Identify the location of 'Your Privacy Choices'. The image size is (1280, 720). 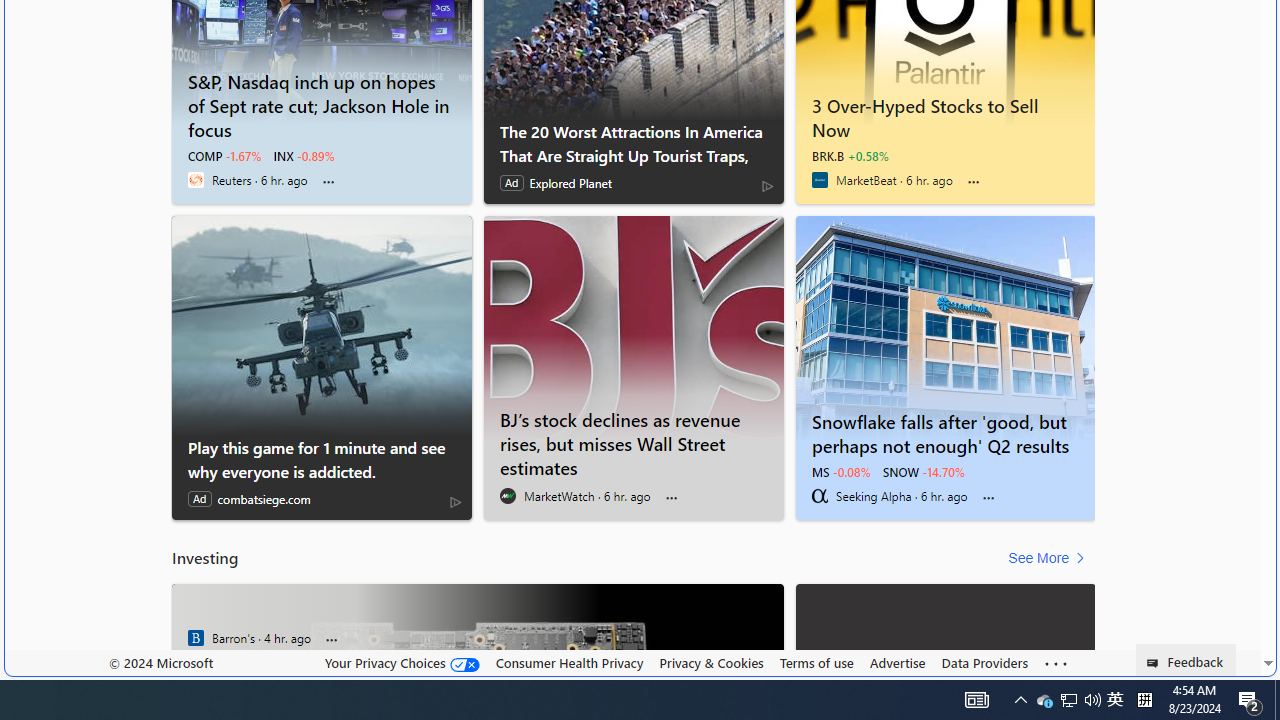
(400, 663).